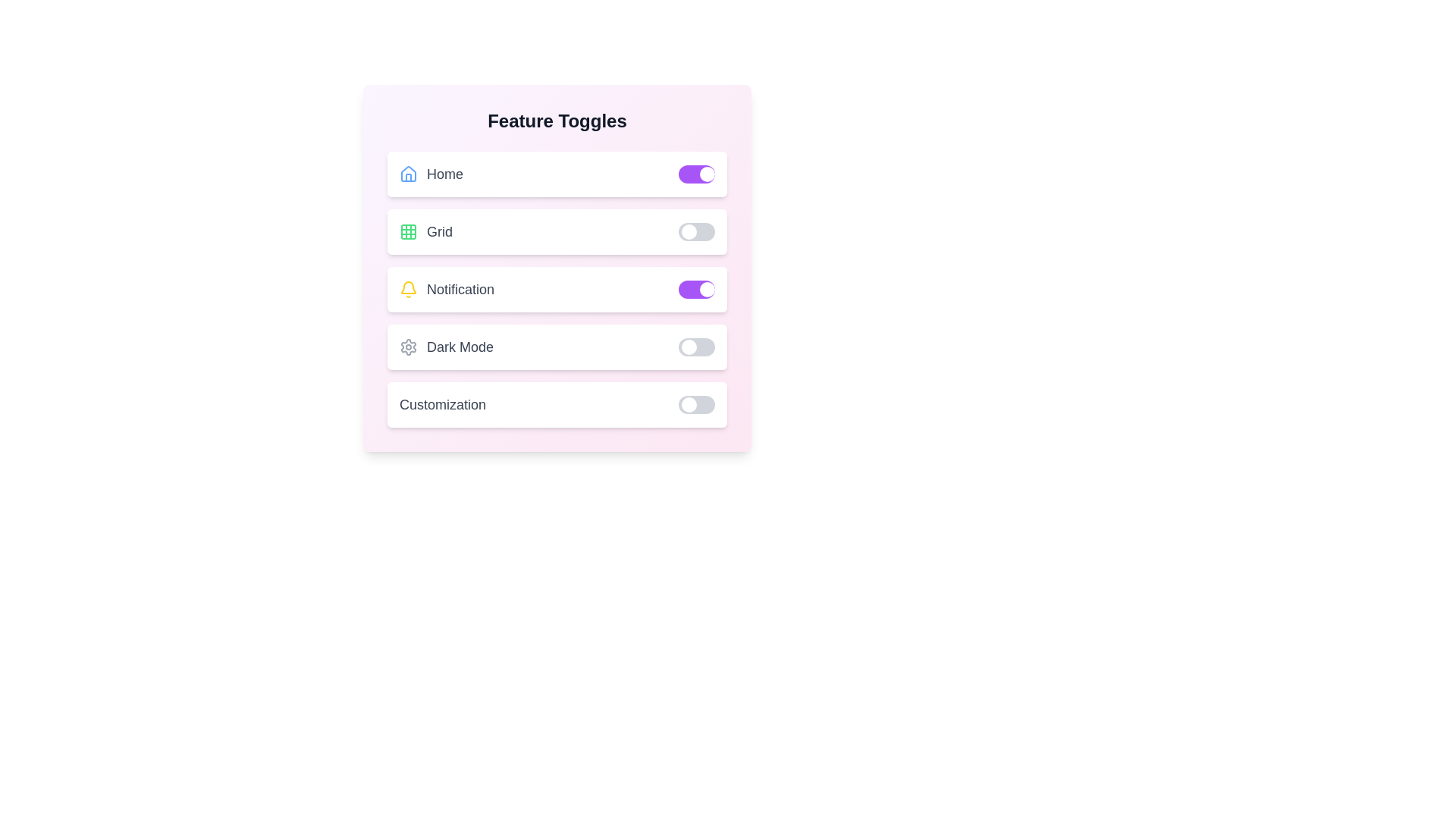  I want to click on the third toggle section for notifications, which is located between the 'Grid' option above and the 'Dark Mode' option below, so click(556, 289).